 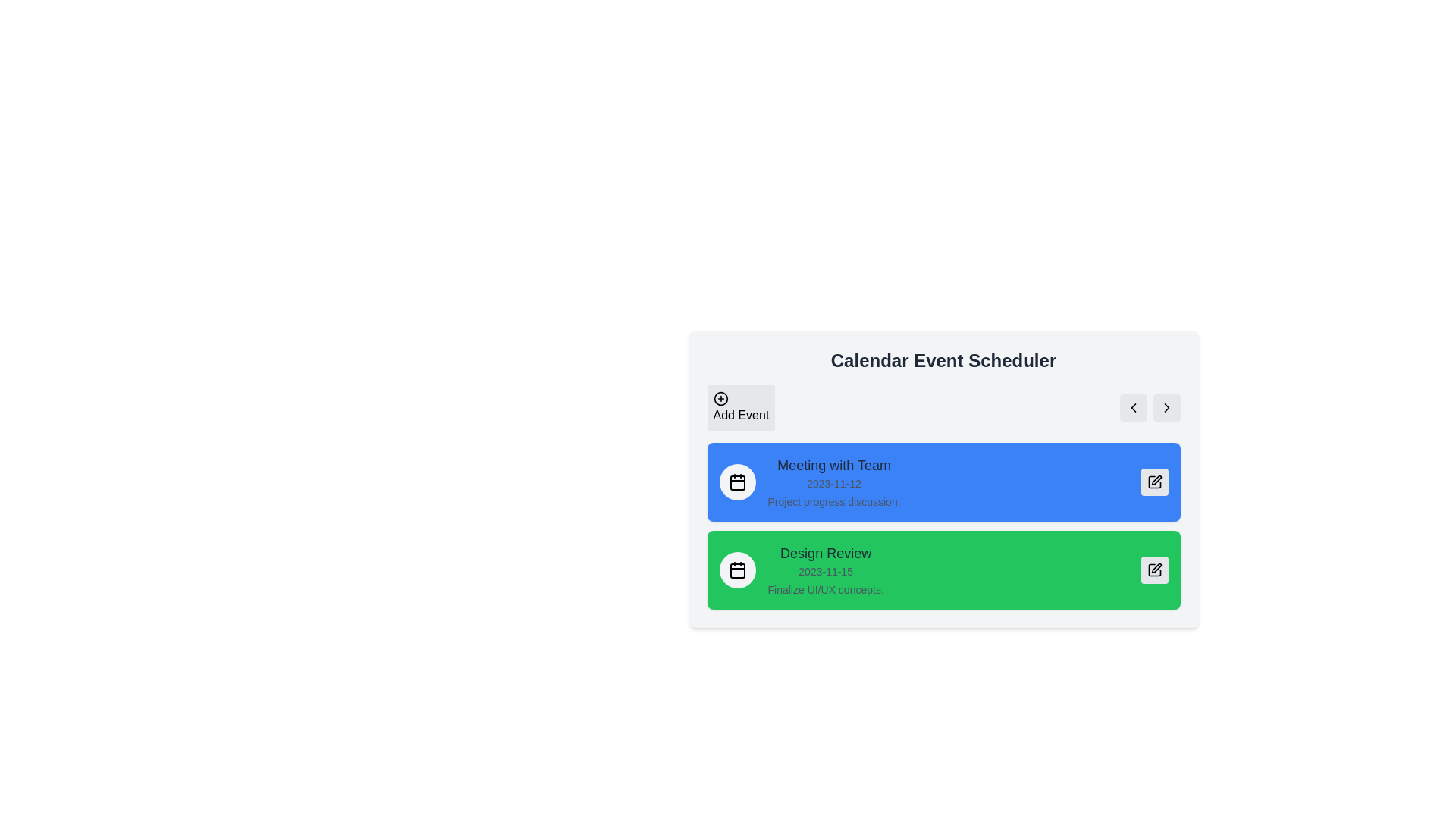 I want to click on the static text label that says 'Finalize UI/UX concepts.' which is located under the 'Design Review' section in a green box, so click(x=825, y=589).